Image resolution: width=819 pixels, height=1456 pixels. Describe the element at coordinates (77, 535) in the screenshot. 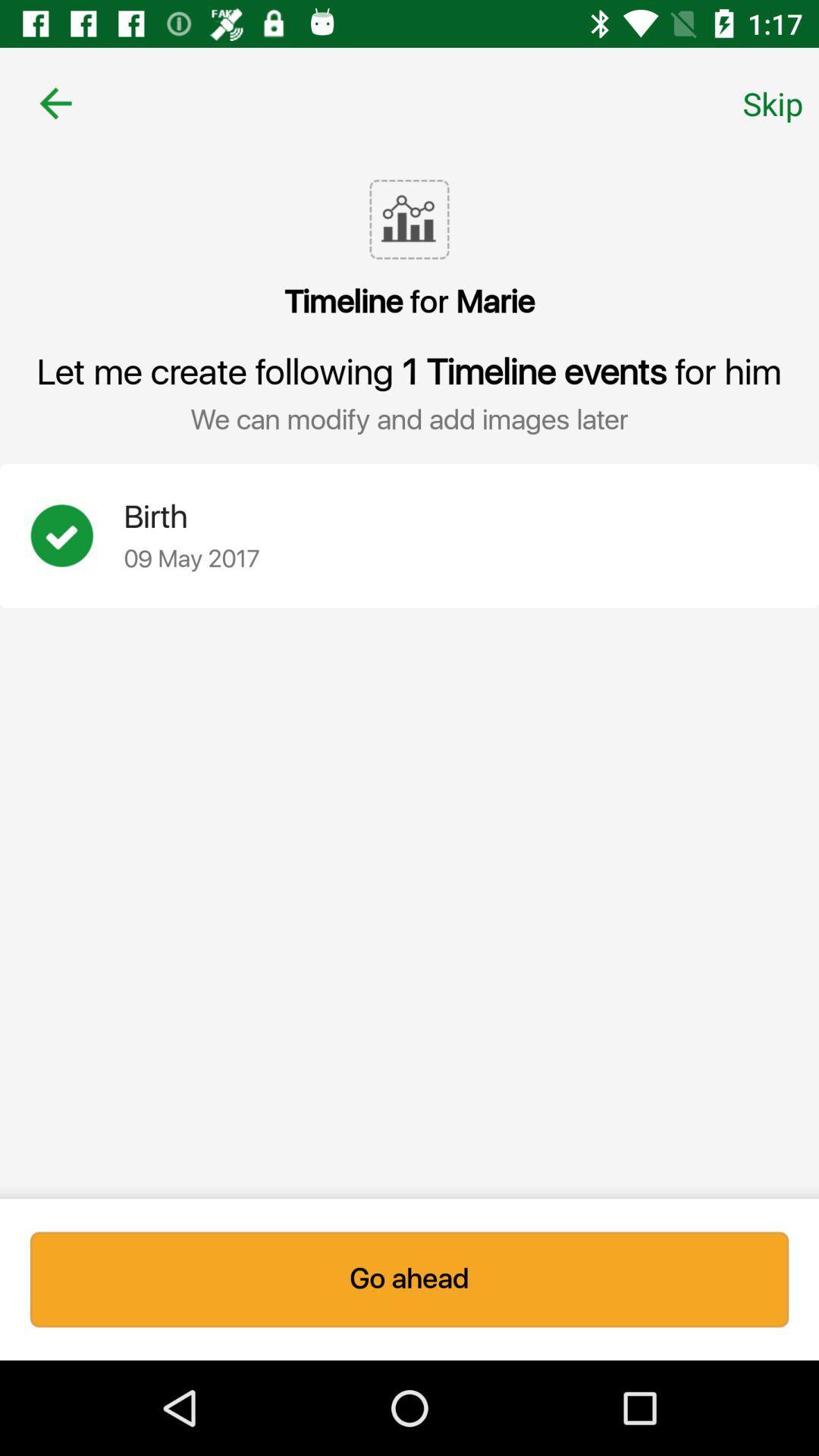

I see `icon to the left of birth` at that location.